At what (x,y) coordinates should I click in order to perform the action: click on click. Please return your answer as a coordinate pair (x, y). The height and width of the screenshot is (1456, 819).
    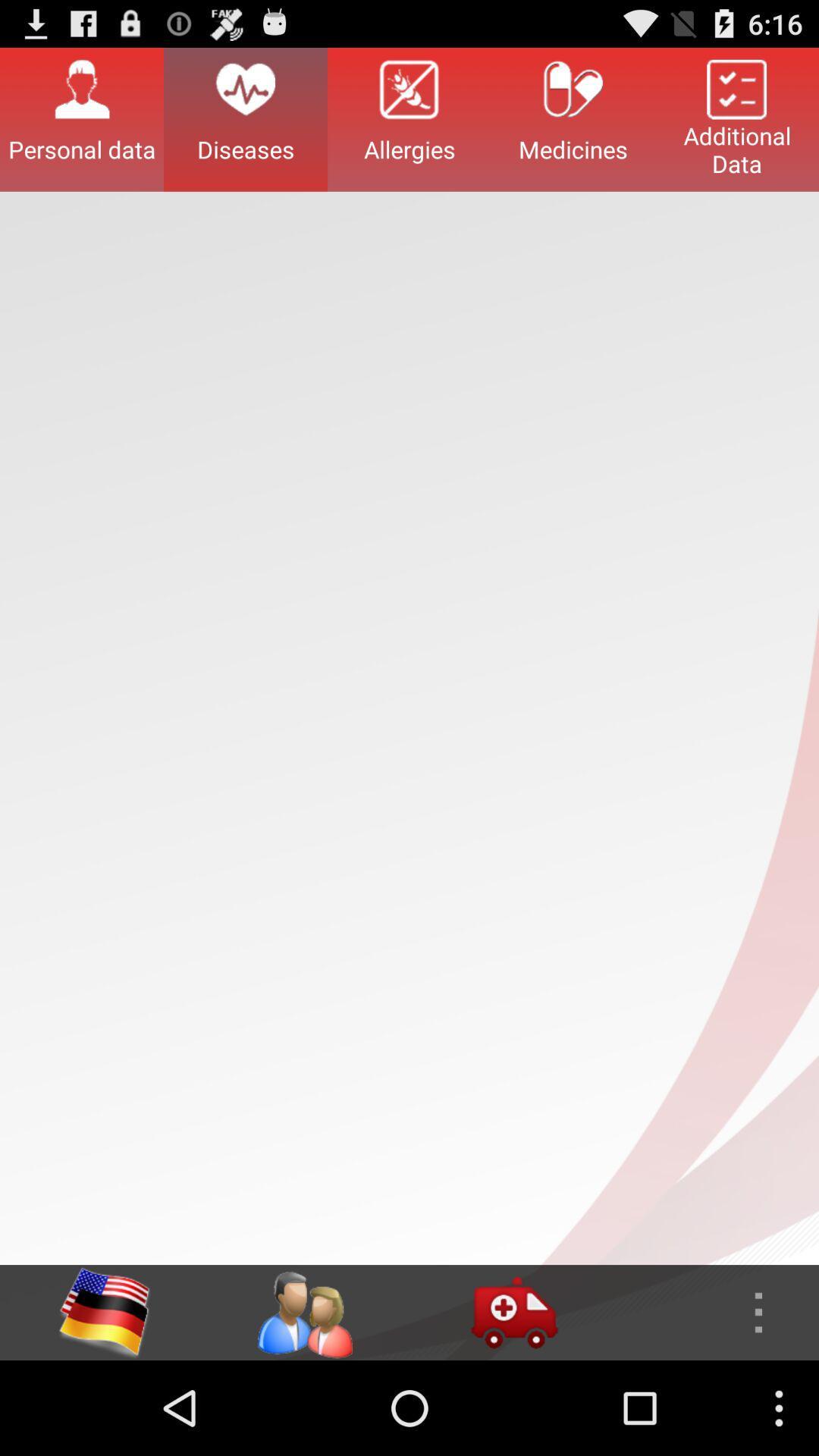
    Looking at the image, I should click on (513, 1312).